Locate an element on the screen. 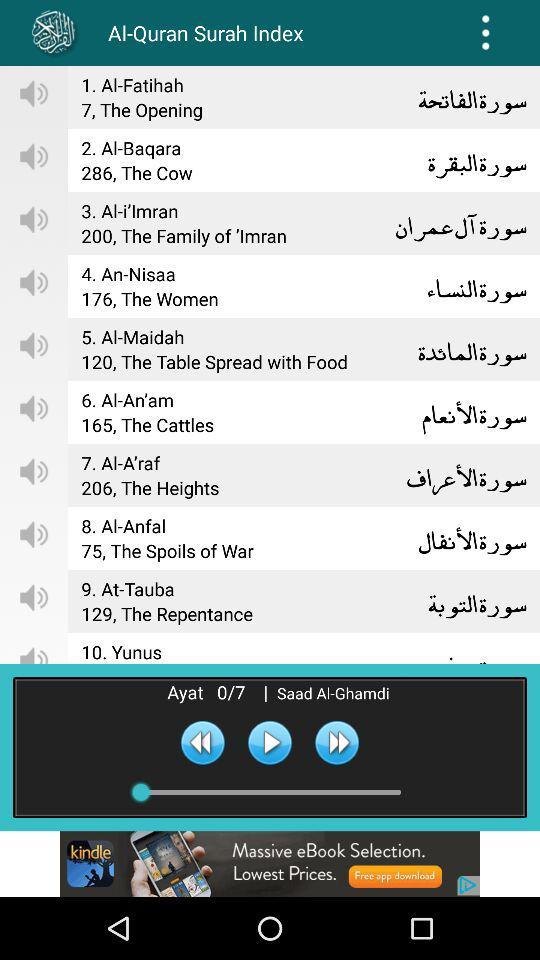  rewind button is located at coordinates (202, 741).